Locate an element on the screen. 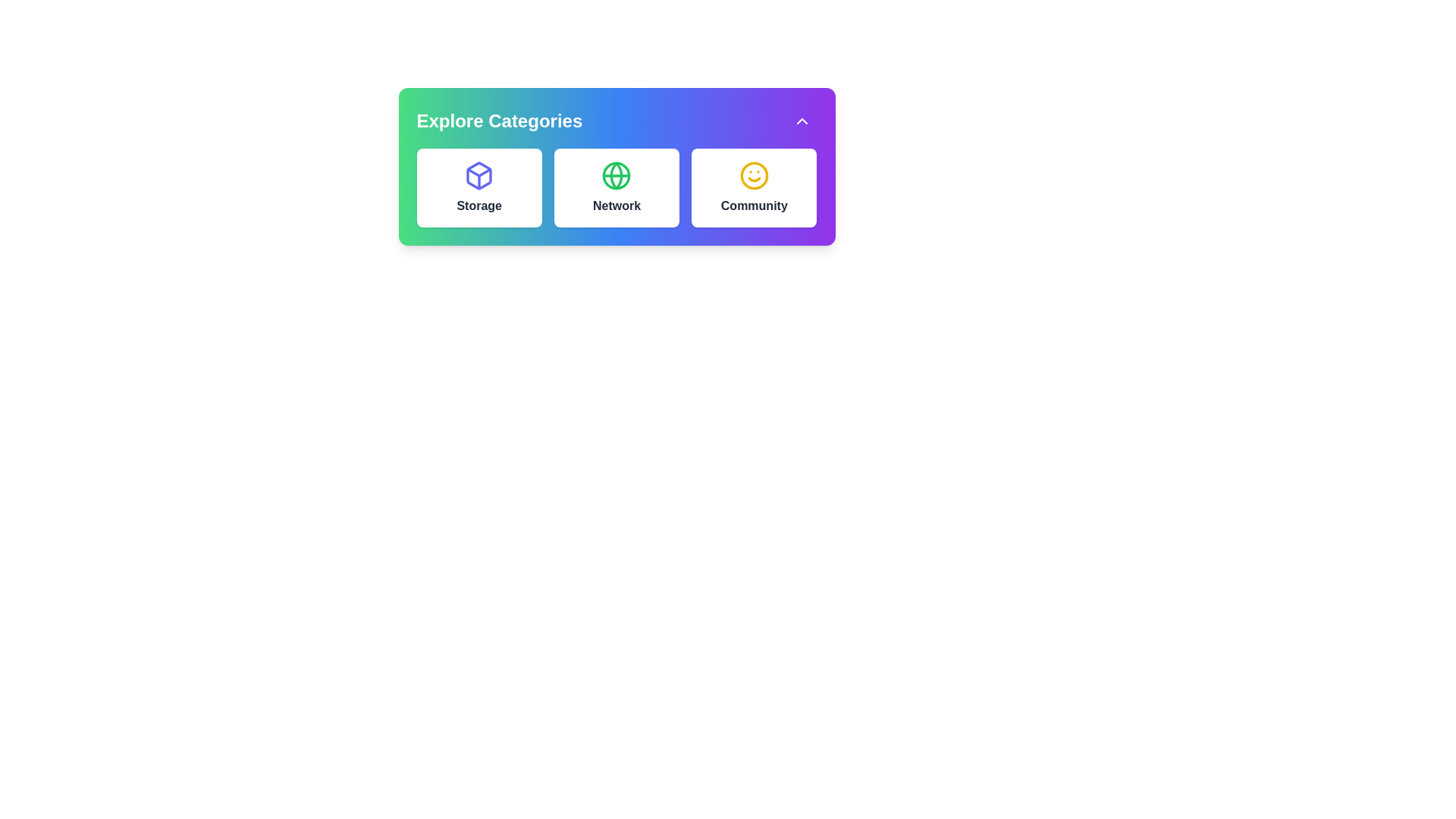 This screenshot has height=819, width=1456. the Interactive category card in the center column of the three-column layout under 'Explore Categories' is located at coordinates (617, 187).